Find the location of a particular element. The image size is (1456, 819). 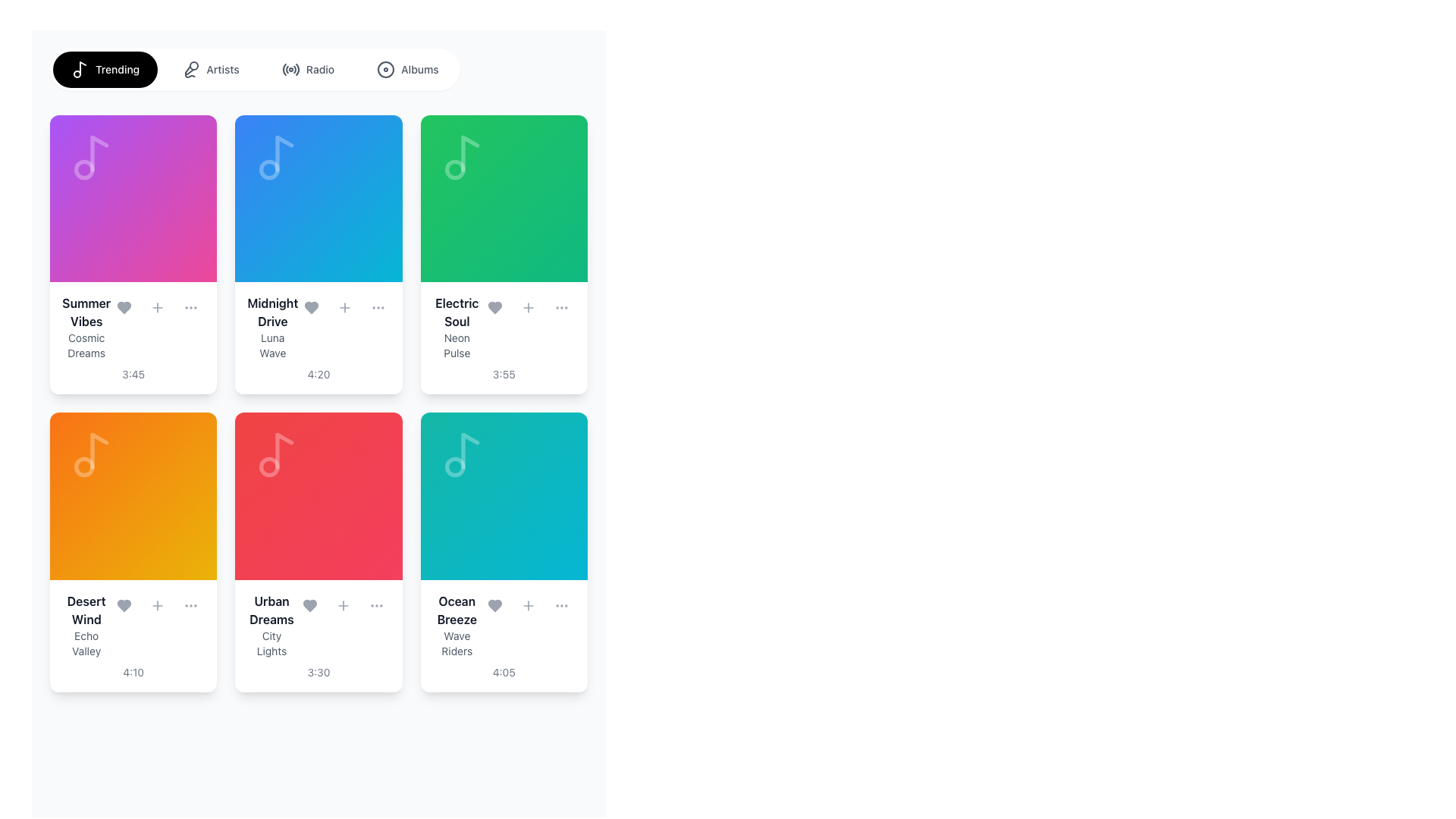

the music track card located is located at coordinates (133, 552).